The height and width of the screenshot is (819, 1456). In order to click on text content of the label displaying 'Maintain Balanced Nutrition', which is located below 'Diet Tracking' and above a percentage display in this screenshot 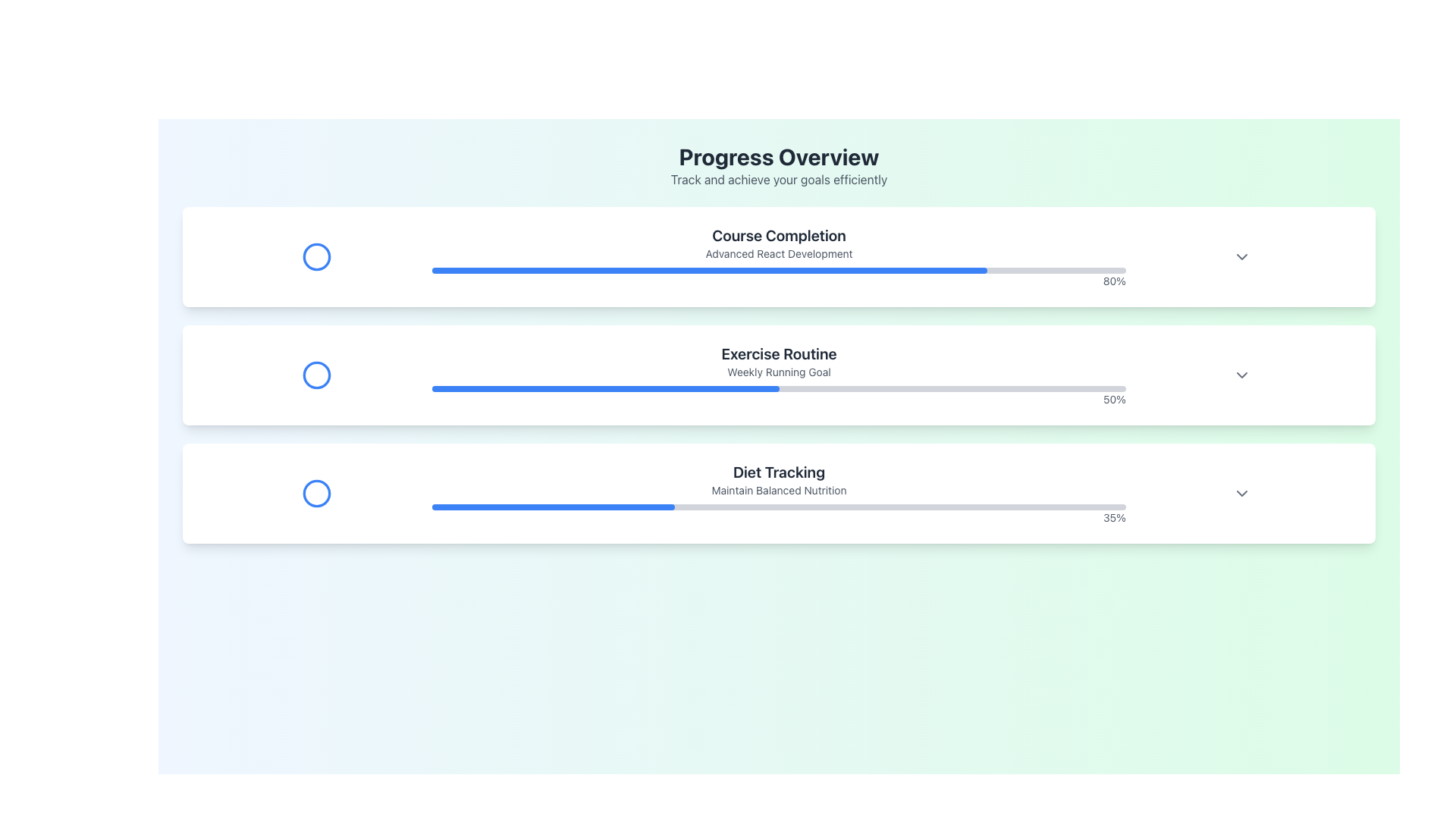, I will do `click(779, 491)`.